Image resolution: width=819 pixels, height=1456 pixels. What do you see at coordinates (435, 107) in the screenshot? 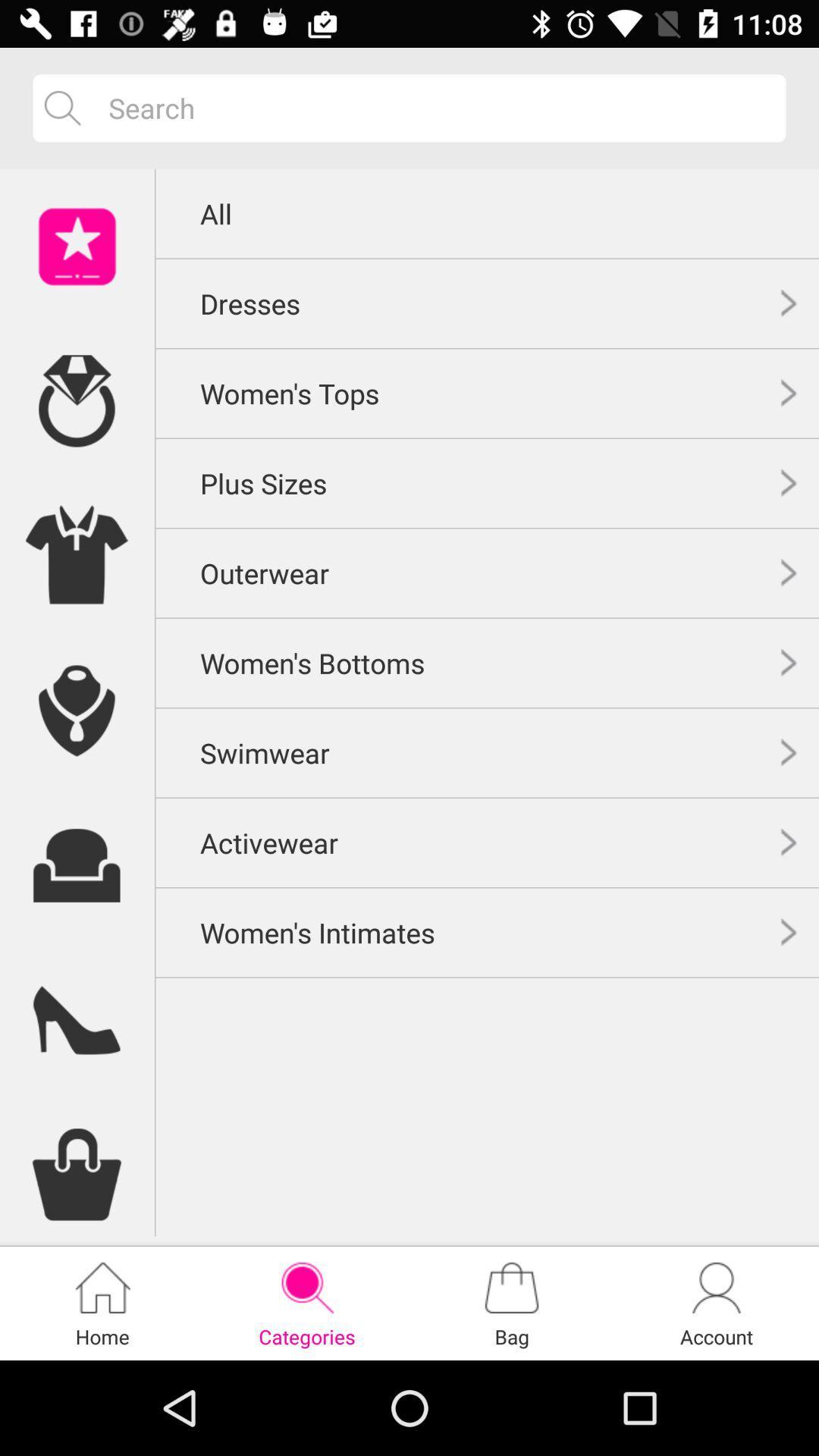
I see `search something` at bounding box center [435, 107].